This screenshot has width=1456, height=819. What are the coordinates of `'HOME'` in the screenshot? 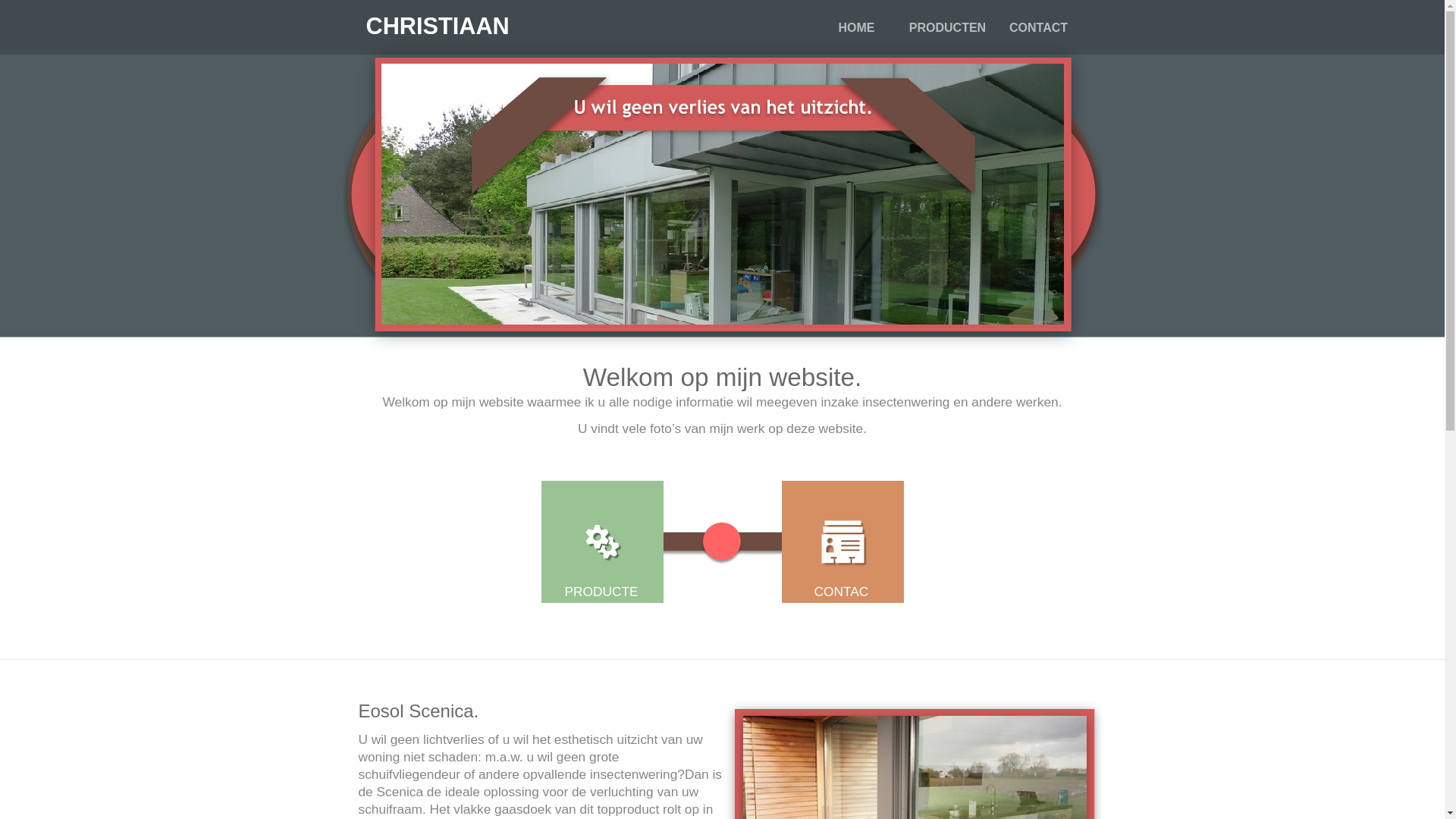 It's located at (811, 28).